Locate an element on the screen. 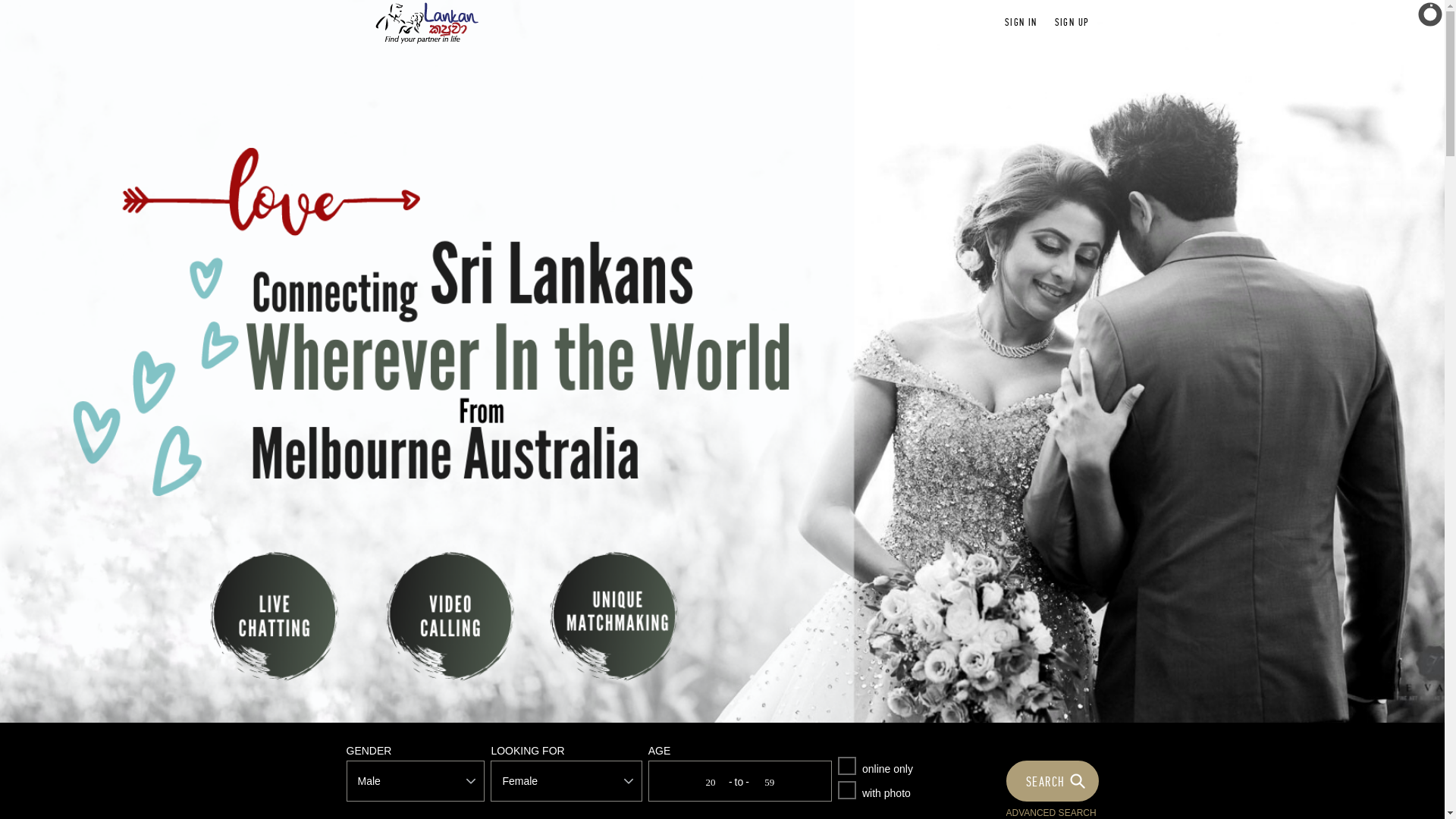 The width and height of the screenshot is (1456, 819). 'SIGN UP' is located at coordinates (1054, 22).